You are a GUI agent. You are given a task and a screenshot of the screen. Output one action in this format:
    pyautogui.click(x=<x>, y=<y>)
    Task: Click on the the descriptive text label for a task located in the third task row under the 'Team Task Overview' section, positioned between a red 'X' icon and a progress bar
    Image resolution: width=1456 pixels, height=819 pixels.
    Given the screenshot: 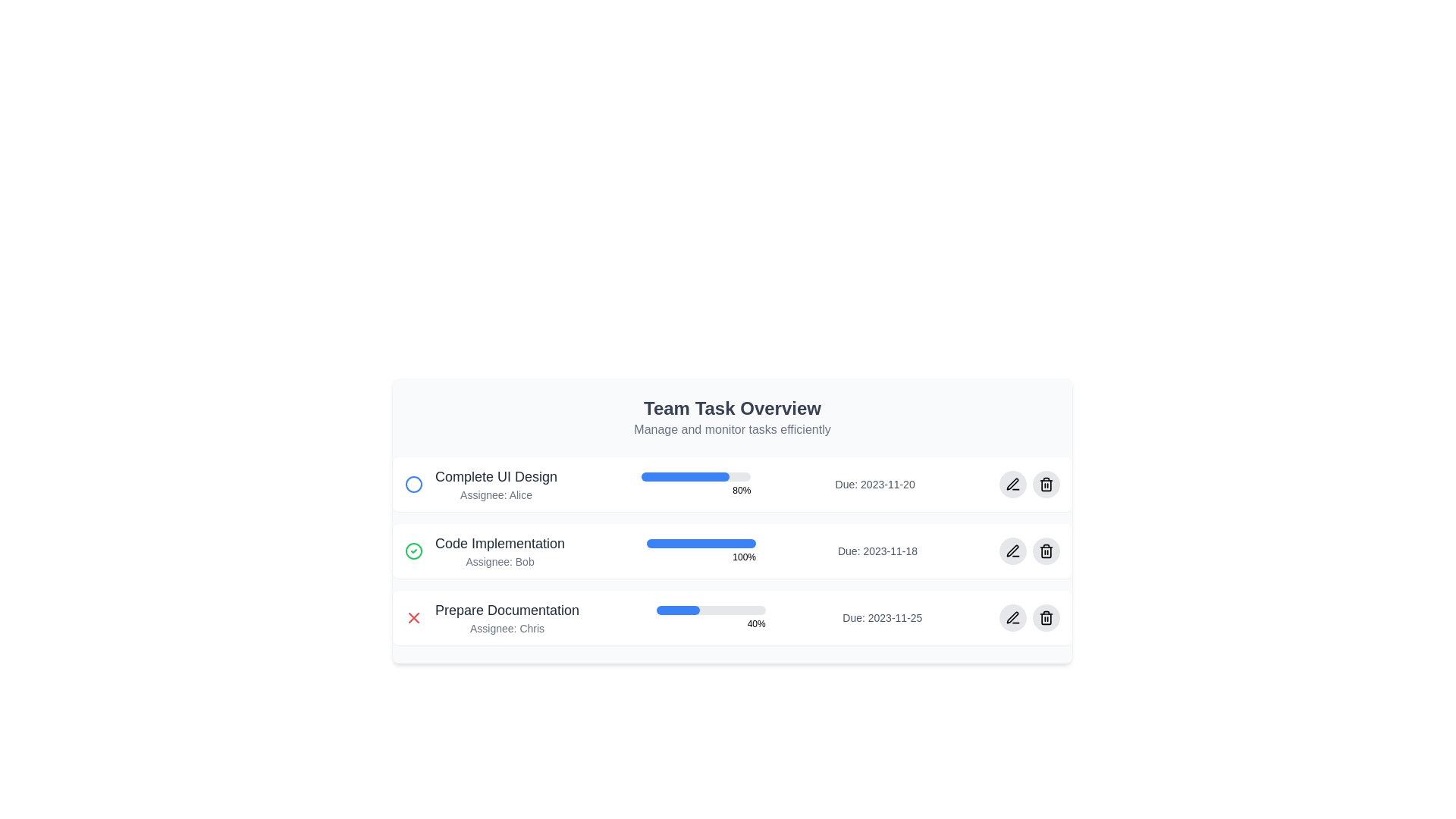 What is the action you would take?
    pyautogui.click(x=507, y=617)
    